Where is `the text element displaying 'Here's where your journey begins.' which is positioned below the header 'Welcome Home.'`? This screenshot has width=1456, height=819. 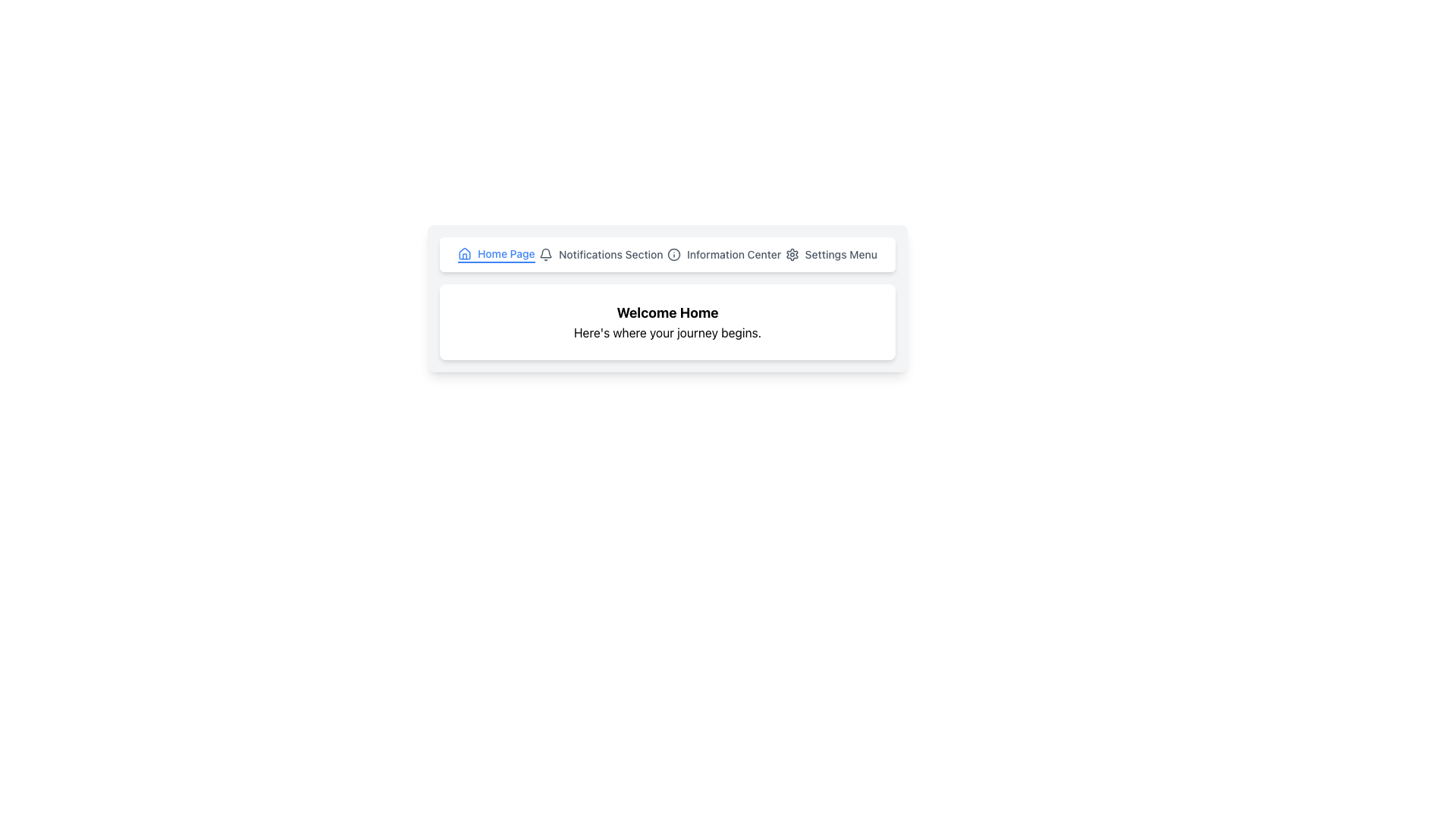 the text element displaying 'Here's where your journey begins.' which is positioned below the header 'Welcome Home.' is located at coordinates (667, 332).